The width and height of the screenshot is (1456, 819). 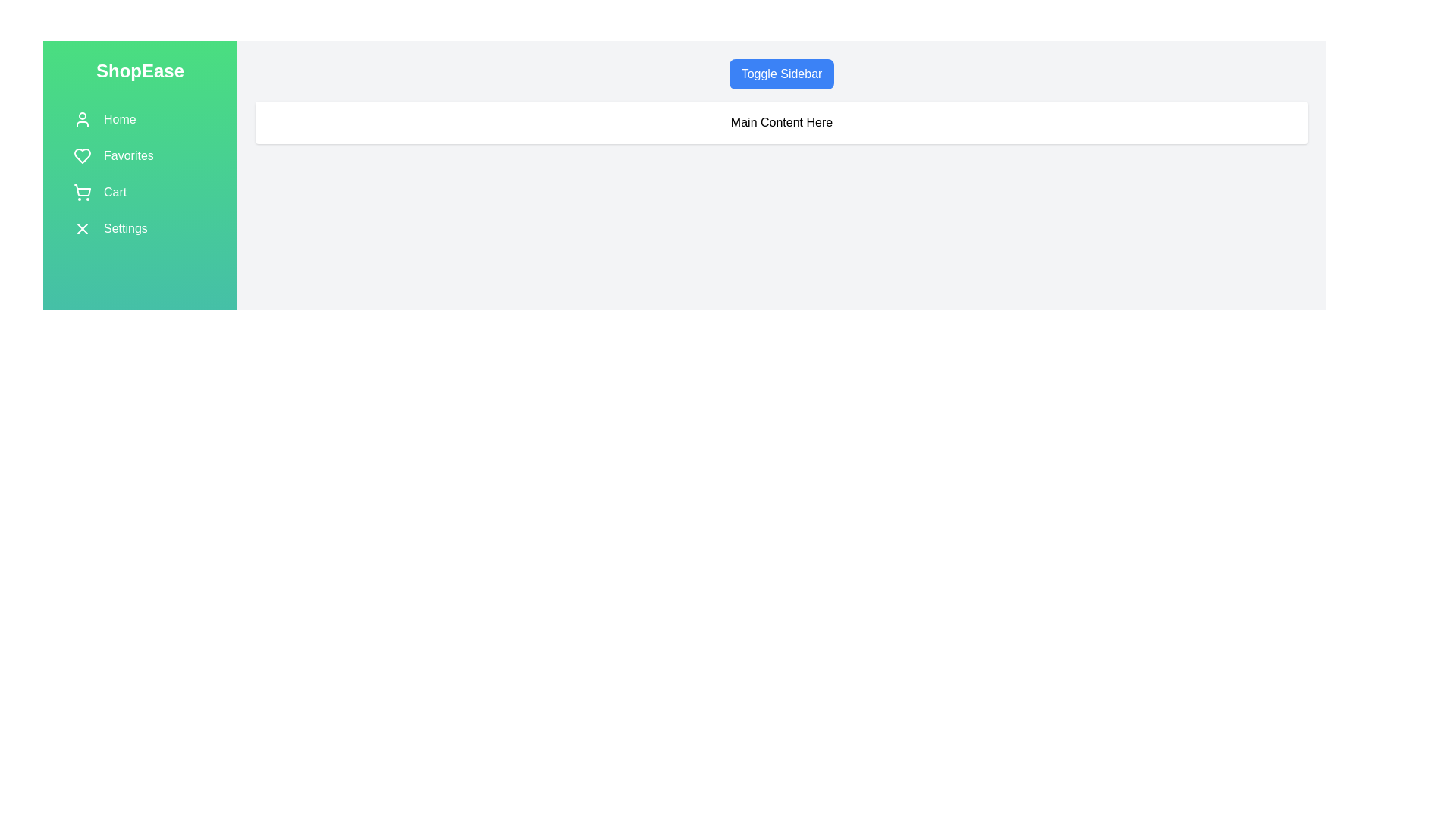 I want to click on the 'Cart' menu item in the sidebar, so click(x=140, y=192).